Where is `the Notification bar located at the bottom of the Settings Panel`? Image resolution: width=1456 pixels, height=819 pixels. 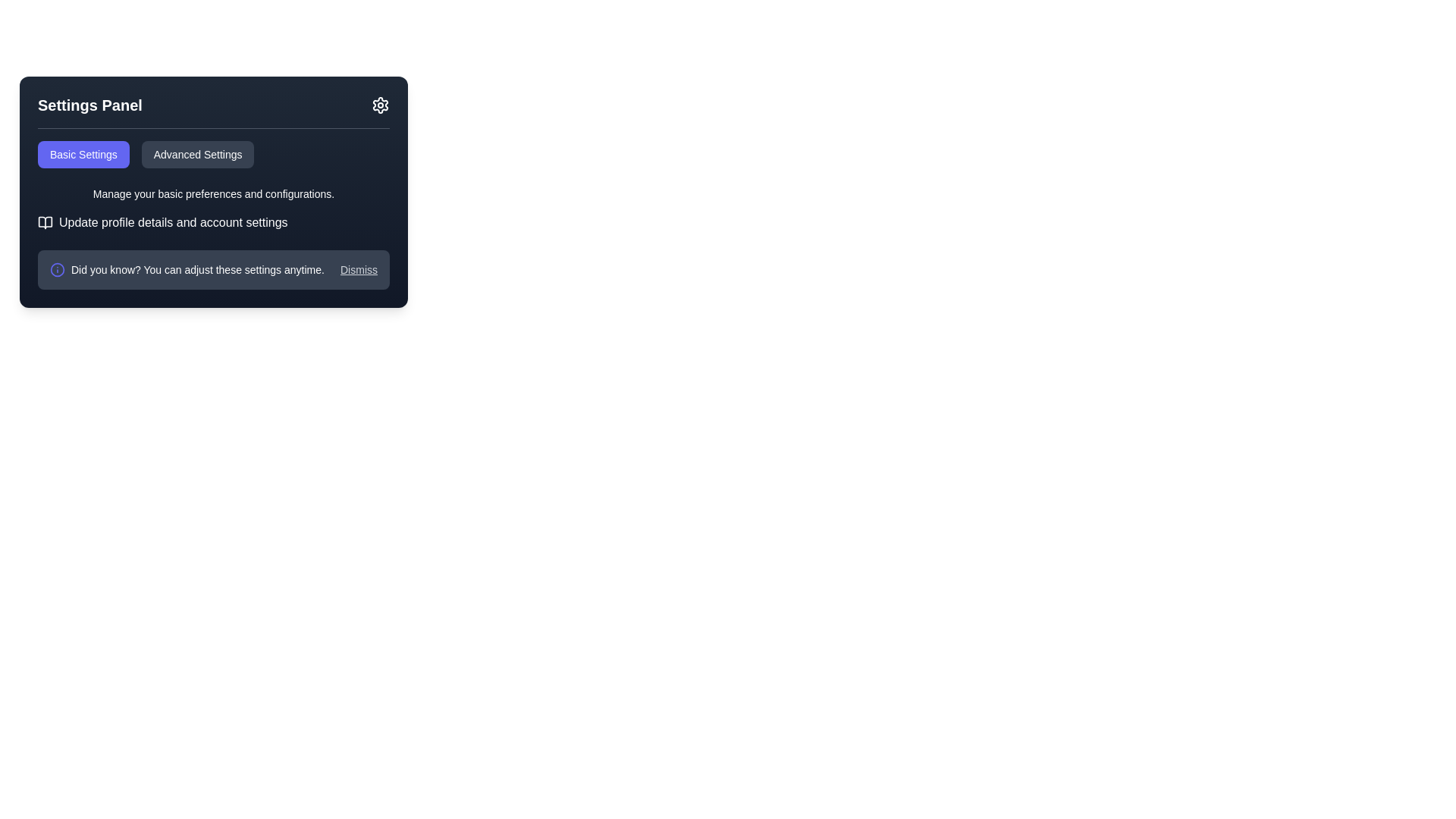 the Notification bar located at the bottom of the Settings Panel is located at coordinates (213, 268).